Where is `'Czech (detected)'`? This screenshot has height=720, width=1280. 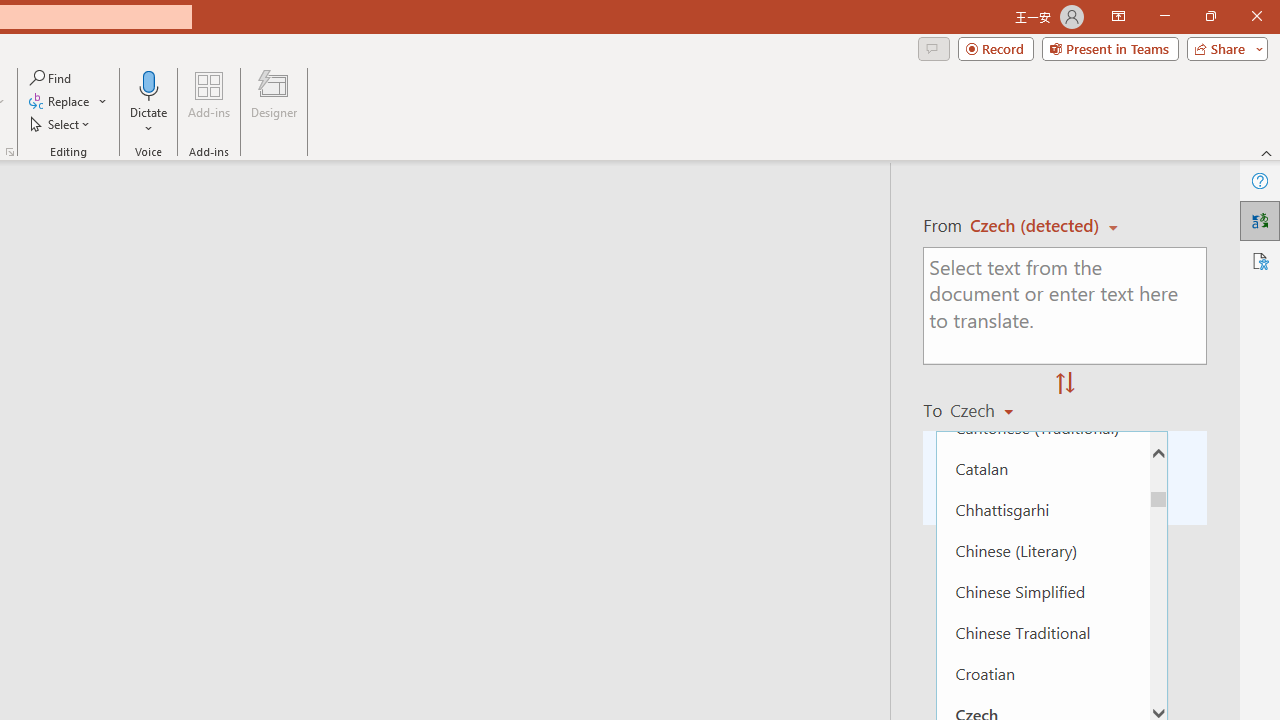 'Czech (detected)' is located at coordinates (1037, 225).